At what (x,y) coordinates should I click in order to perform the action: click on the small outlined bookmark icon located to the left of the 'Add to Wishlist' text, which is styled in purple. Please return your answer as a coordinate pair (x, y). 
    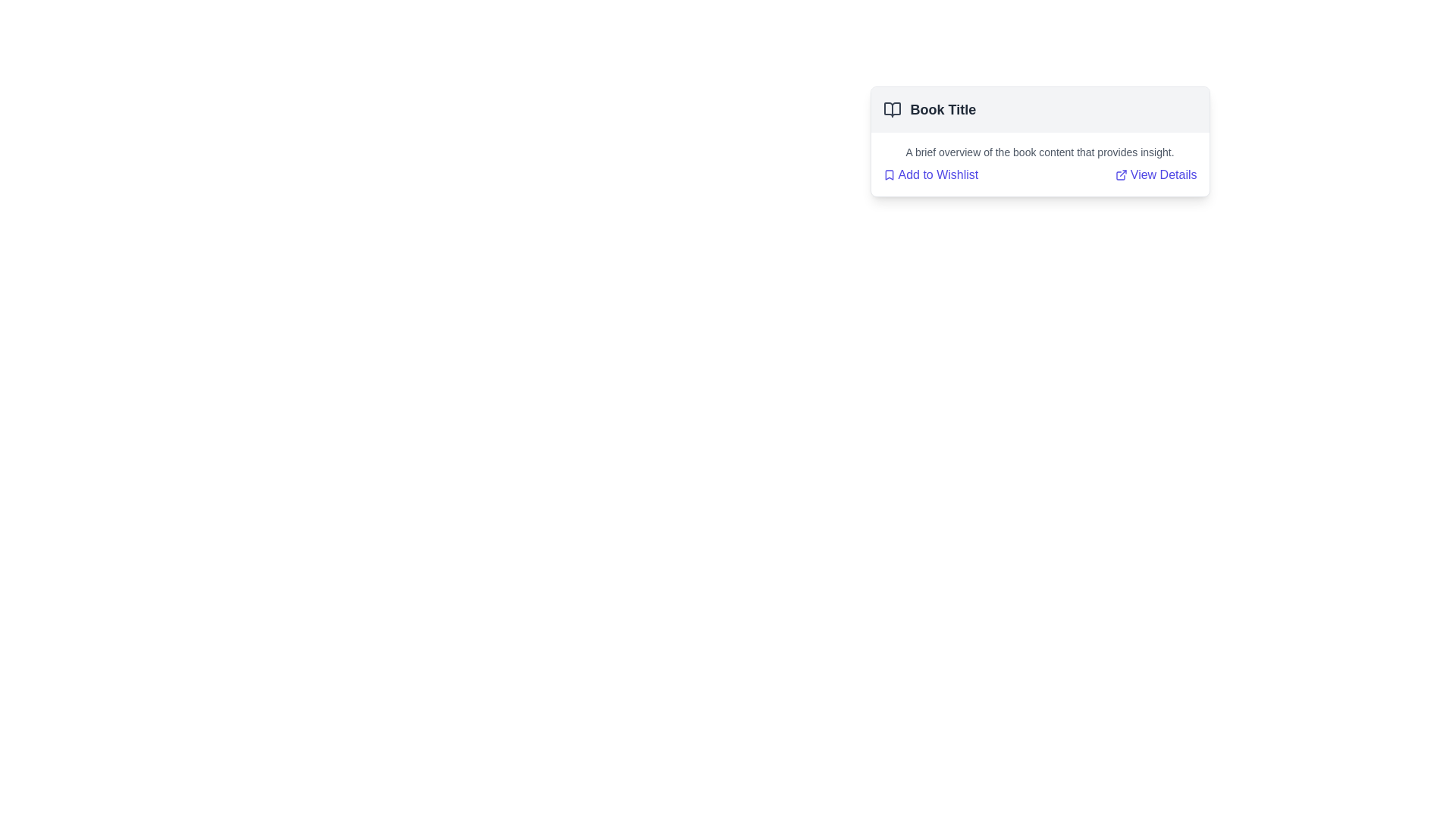
    Looking at the image, I should click on (889, 174).